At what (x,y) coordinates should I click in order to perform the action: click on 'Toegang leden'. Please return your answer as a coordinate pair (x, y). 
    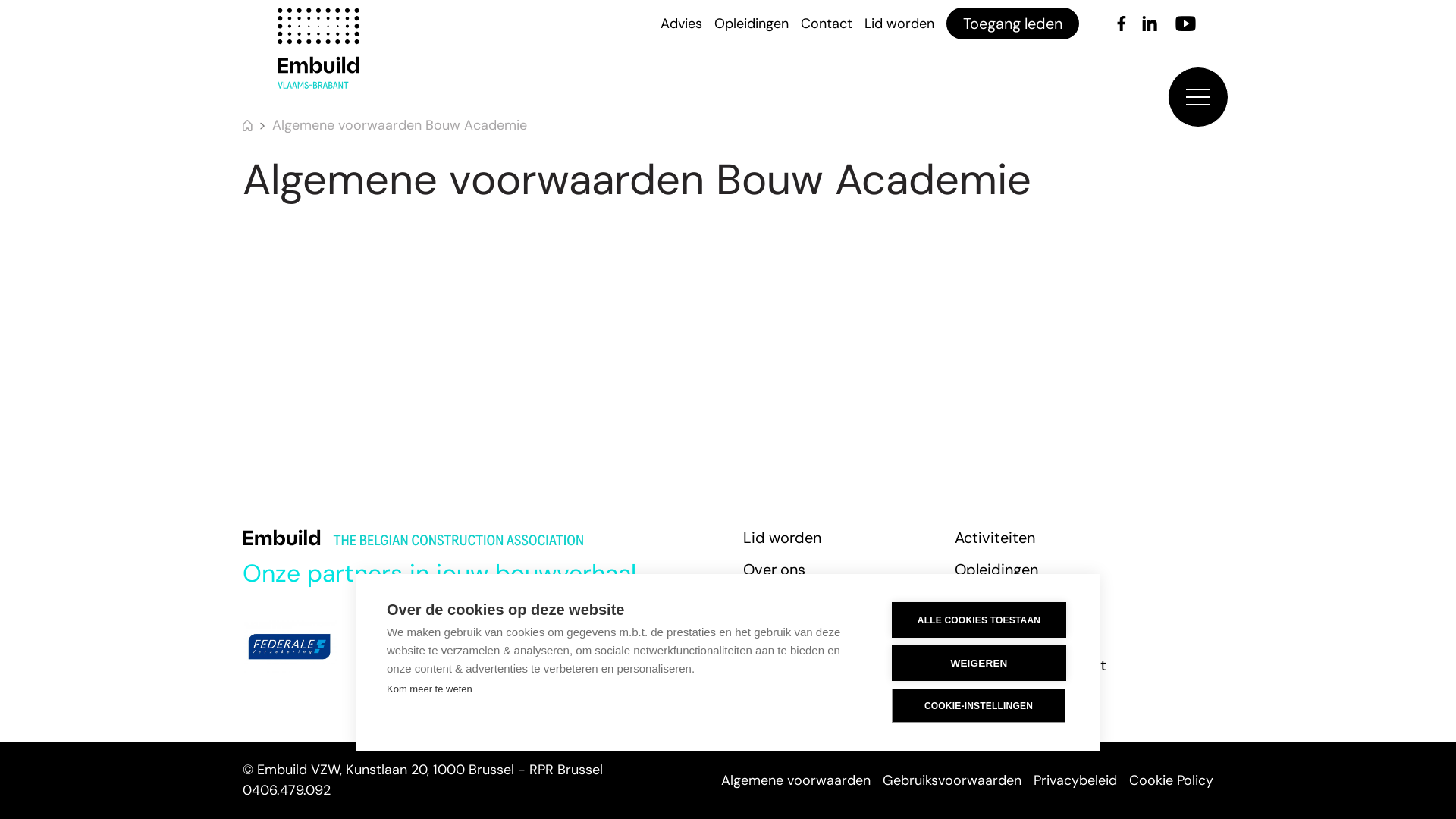
    Looking at the image, I should click on (1012, 23).